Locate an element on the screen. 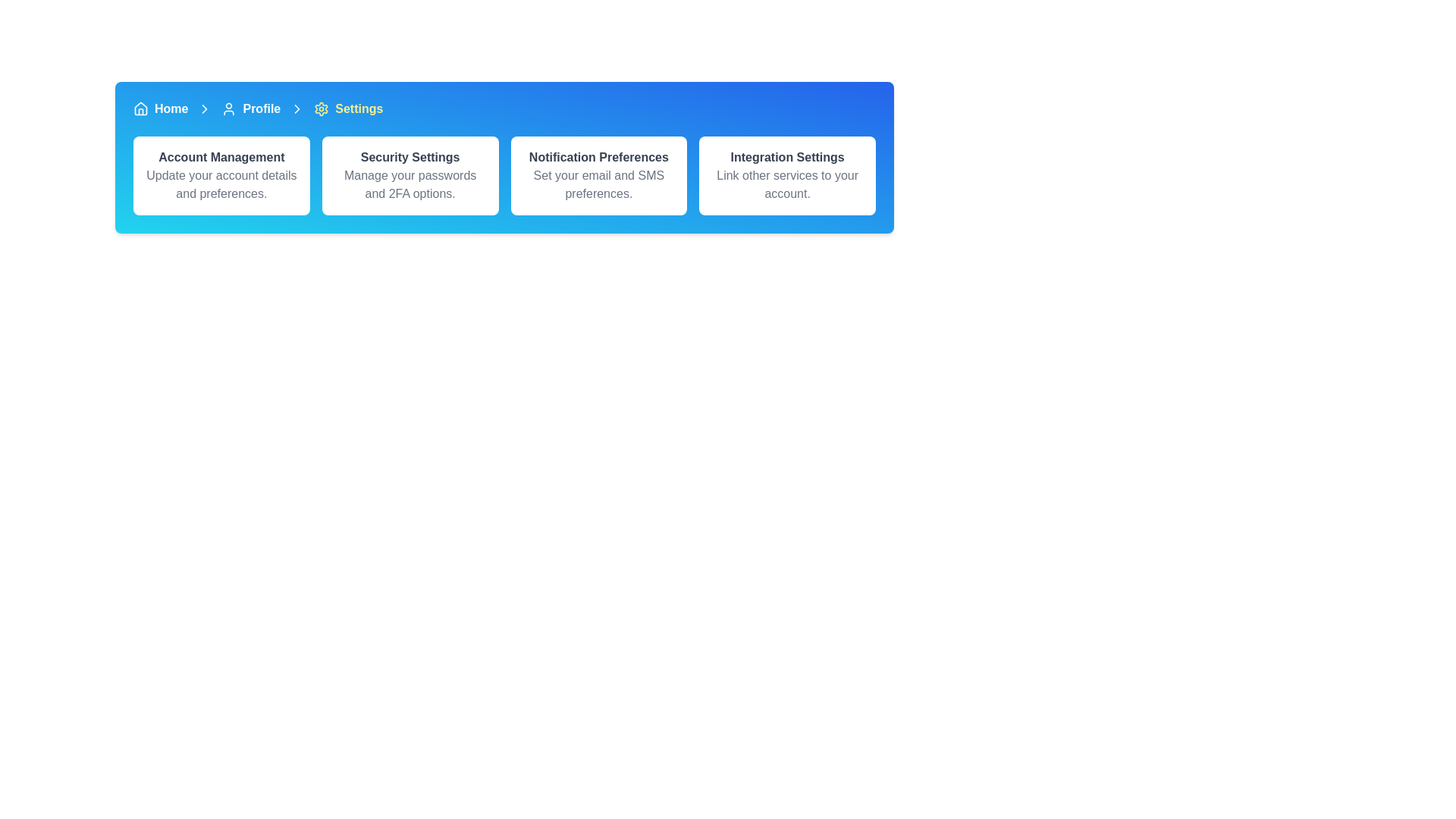 The width and height of the screenshot is (1456, 819). the Informational box titled 'Notification Preferences' is located at coordinates (598, 174).